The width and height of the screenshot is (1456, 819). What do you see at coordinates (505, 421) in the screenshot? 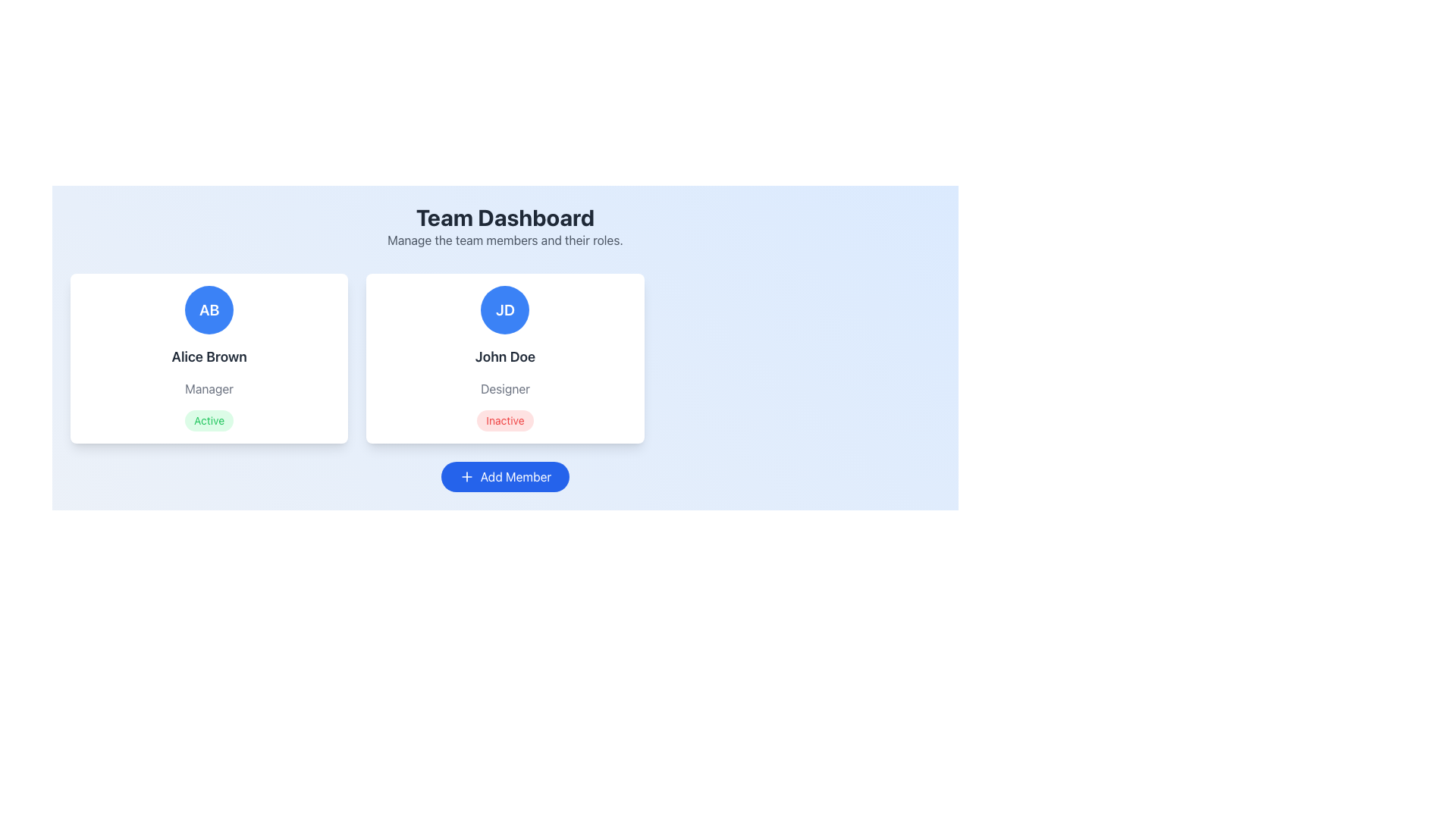
I see `the small rectangular badge with rounded corners, styled with a light red background and red text displaying 'Inactive', located below the text 'Designer' in the card for 'John Doe'` at bounding box center [505, 421].